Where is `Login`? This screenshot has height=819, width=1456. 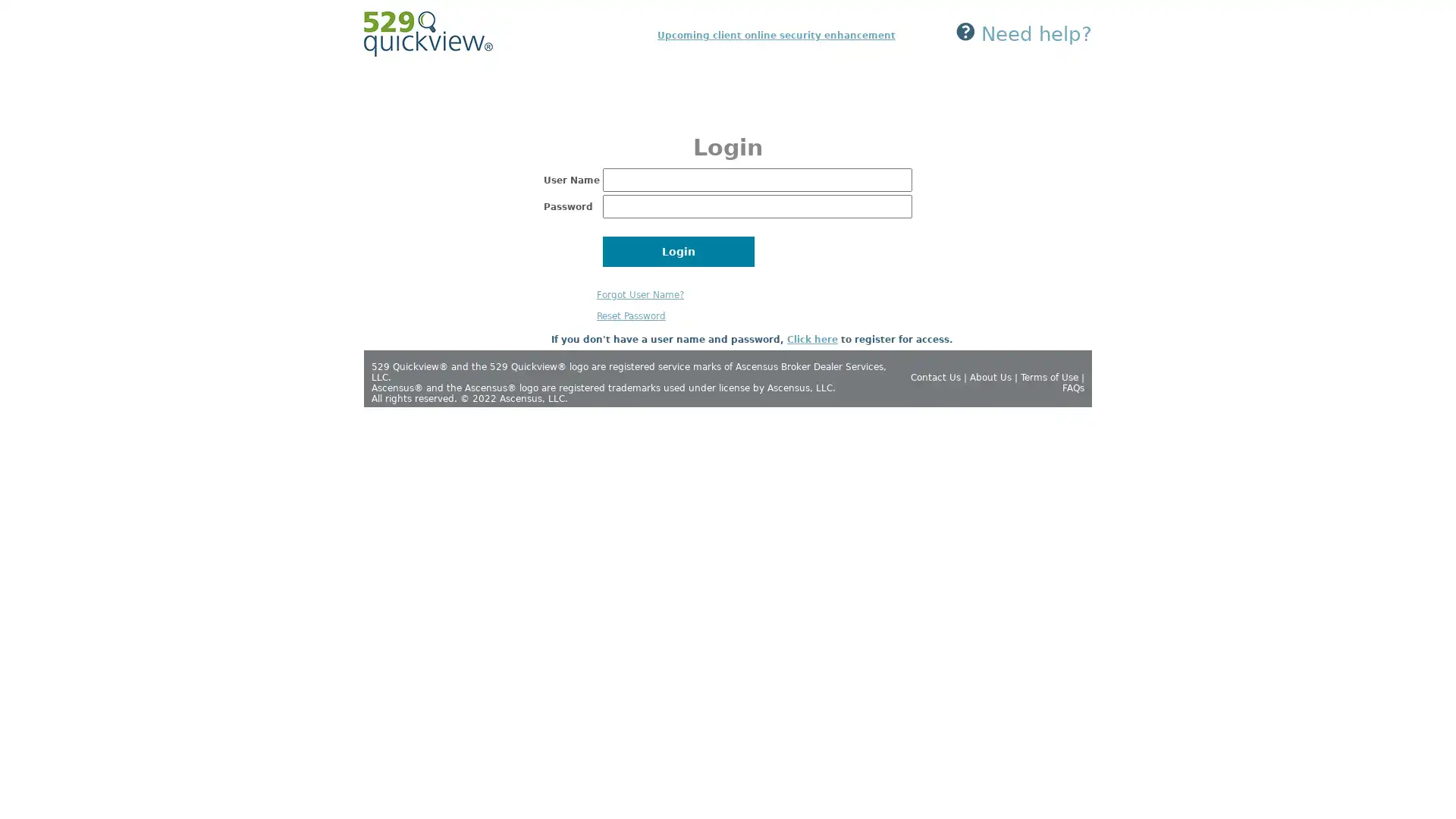 Login is located at coordinates (677, 250).